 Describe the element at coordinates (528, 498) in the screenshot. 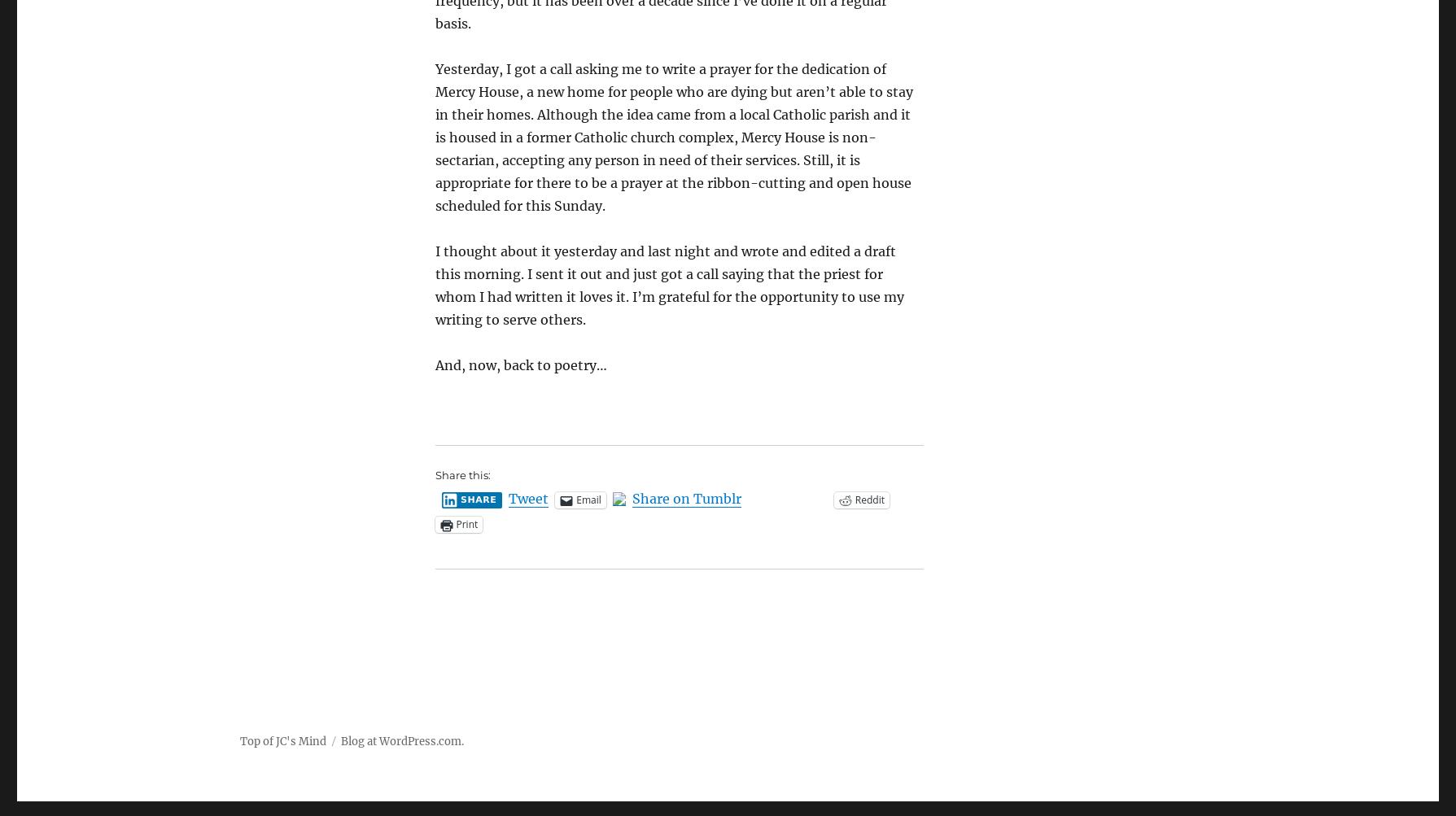

I see `'Tweet'` at that location.